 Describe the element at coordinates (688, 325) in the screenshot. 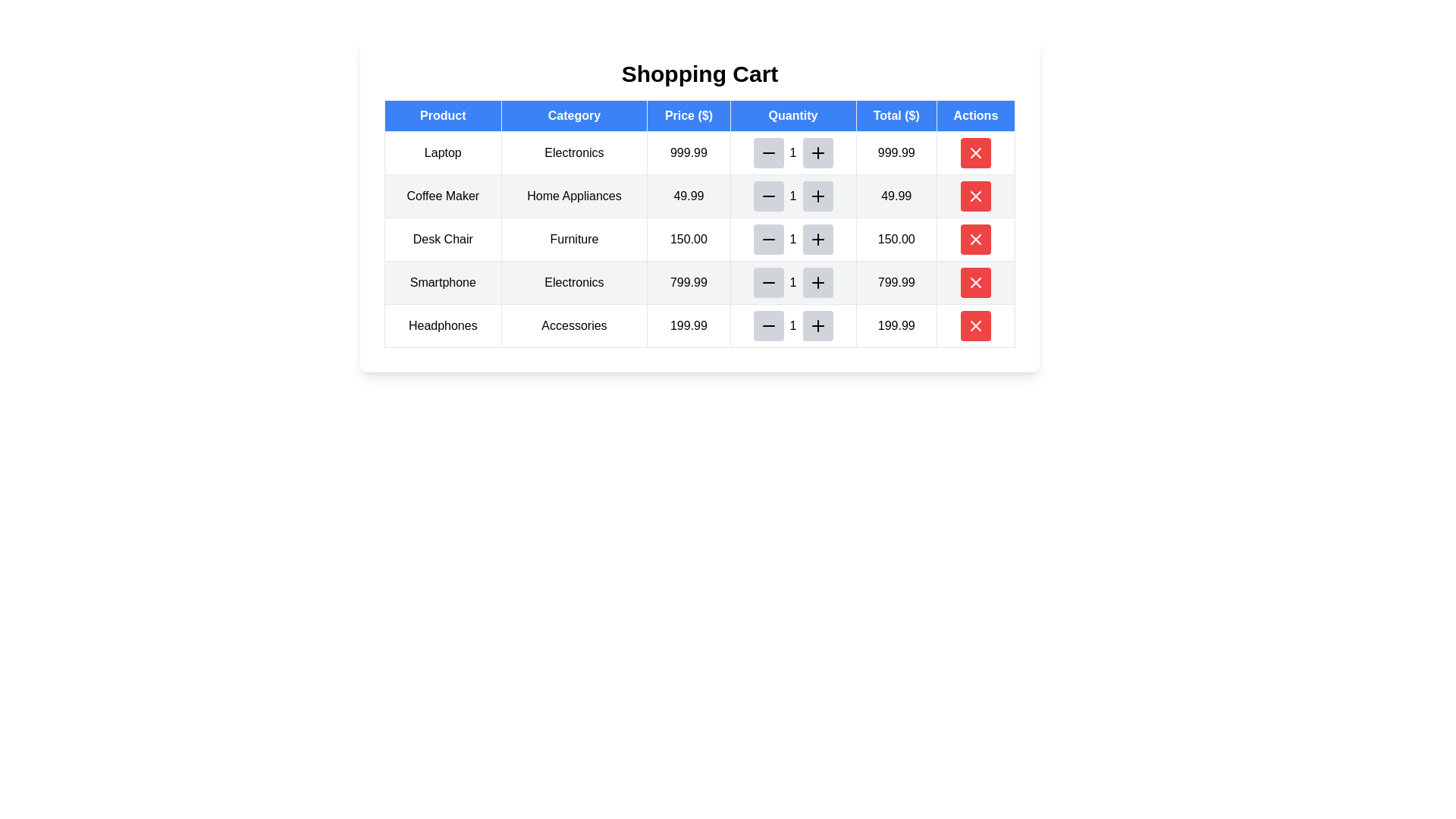

I see `the static text display showing the price '199.99' for the 'Headphones' in the 'Accessories' category` at that location.